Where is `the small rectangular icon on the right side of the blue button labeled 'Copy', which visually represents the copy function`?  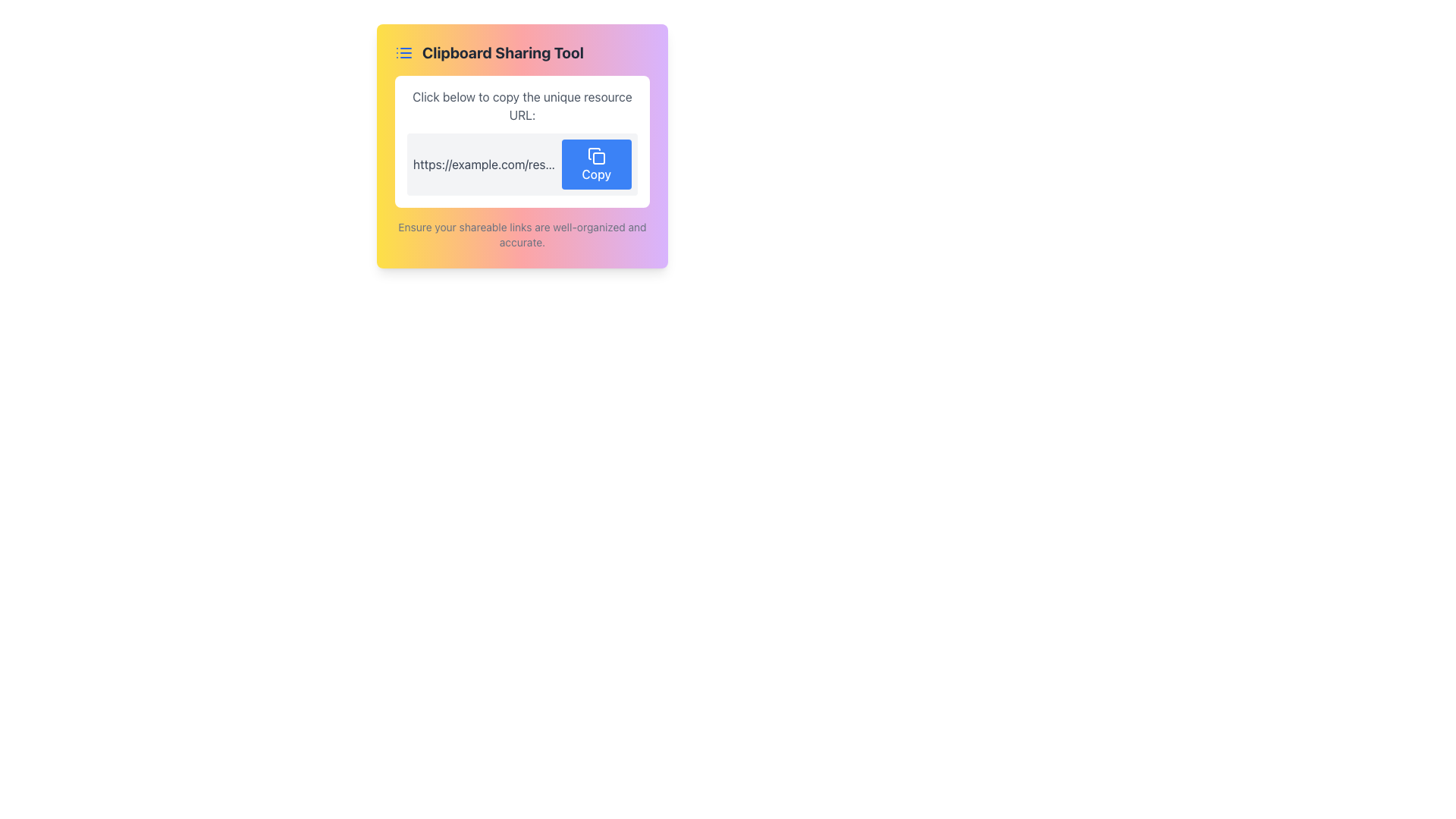 the small rectangular icon on the right side of the blue button labeled 'Copy', which visually represents the copy function is located at coordinates (595, 155).